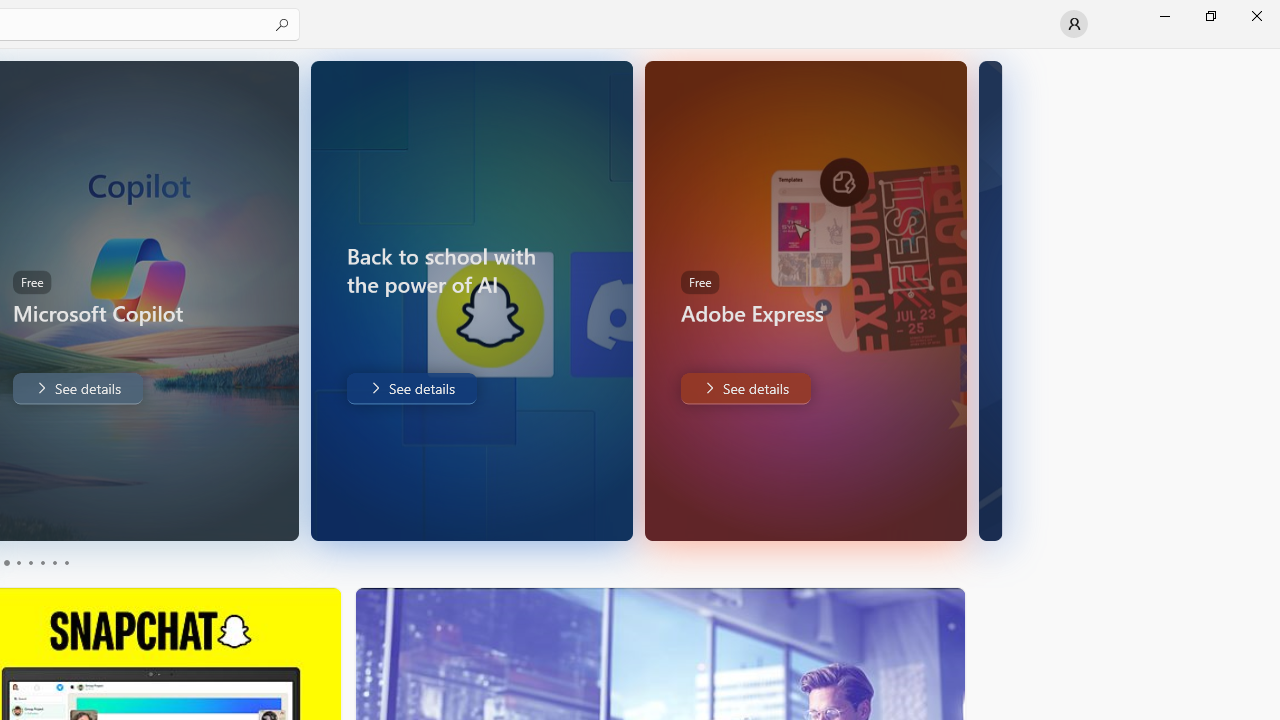 The height and width of the screenshot is (720, 1280). I want to click on 'Restore Microsoft Store', so click(1209, 15).